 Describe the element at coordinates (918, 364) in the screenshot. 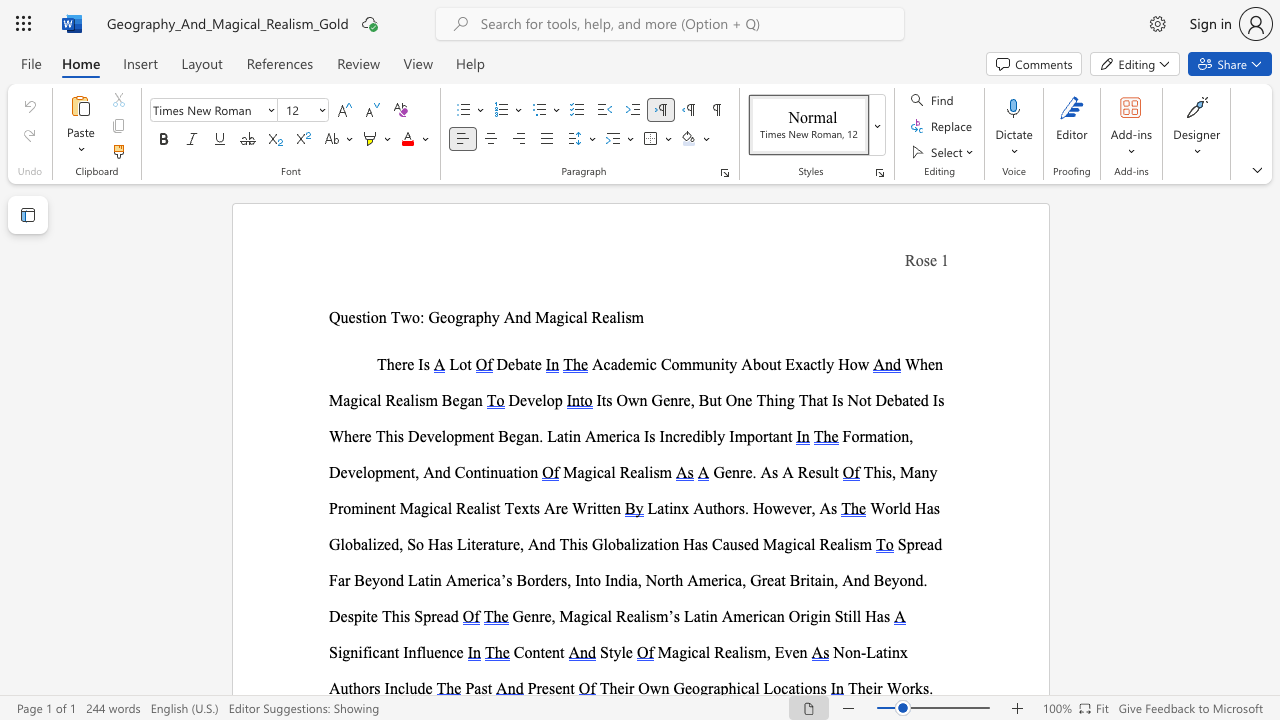

I see `the subset text "hen Magical Real" within the text "When Magical Realism Began"` at that location.